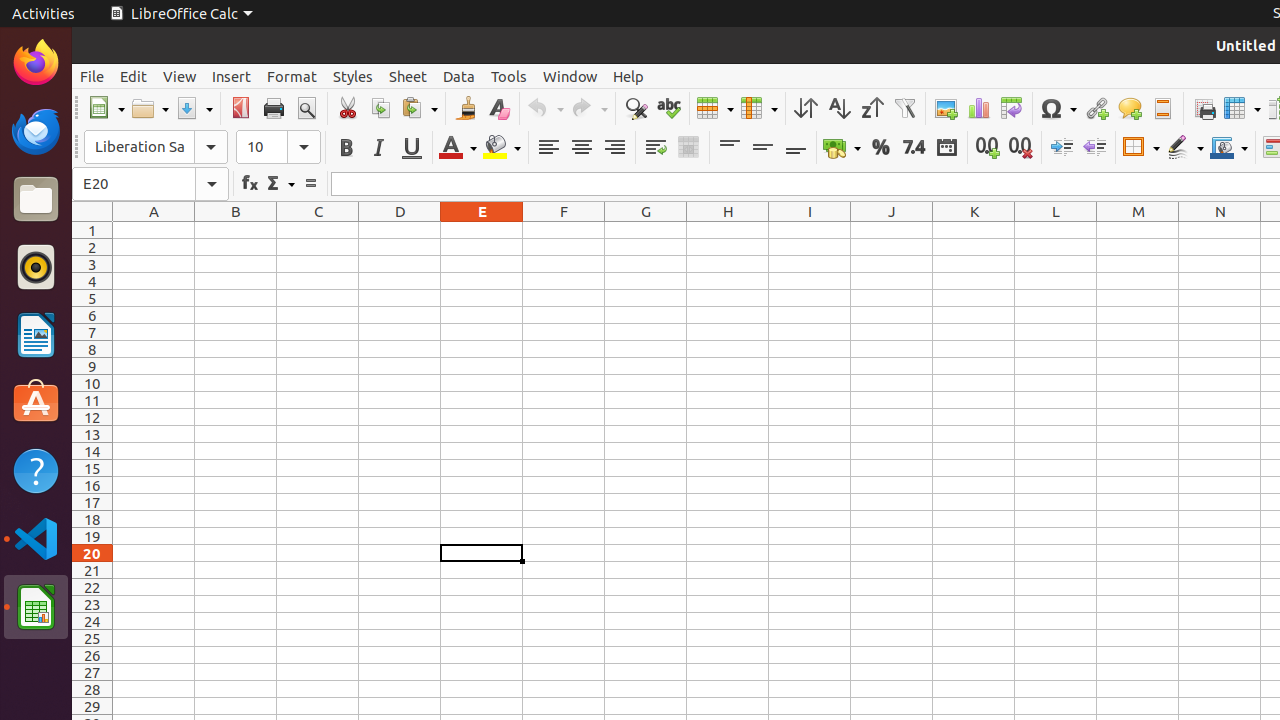 Image resolution: width=1280 pixels, height=720 pixels. What do you see at coordinates (871, 108) in the screenshot?
I see `'Sort Descending'` at bounding box center [871, 108].